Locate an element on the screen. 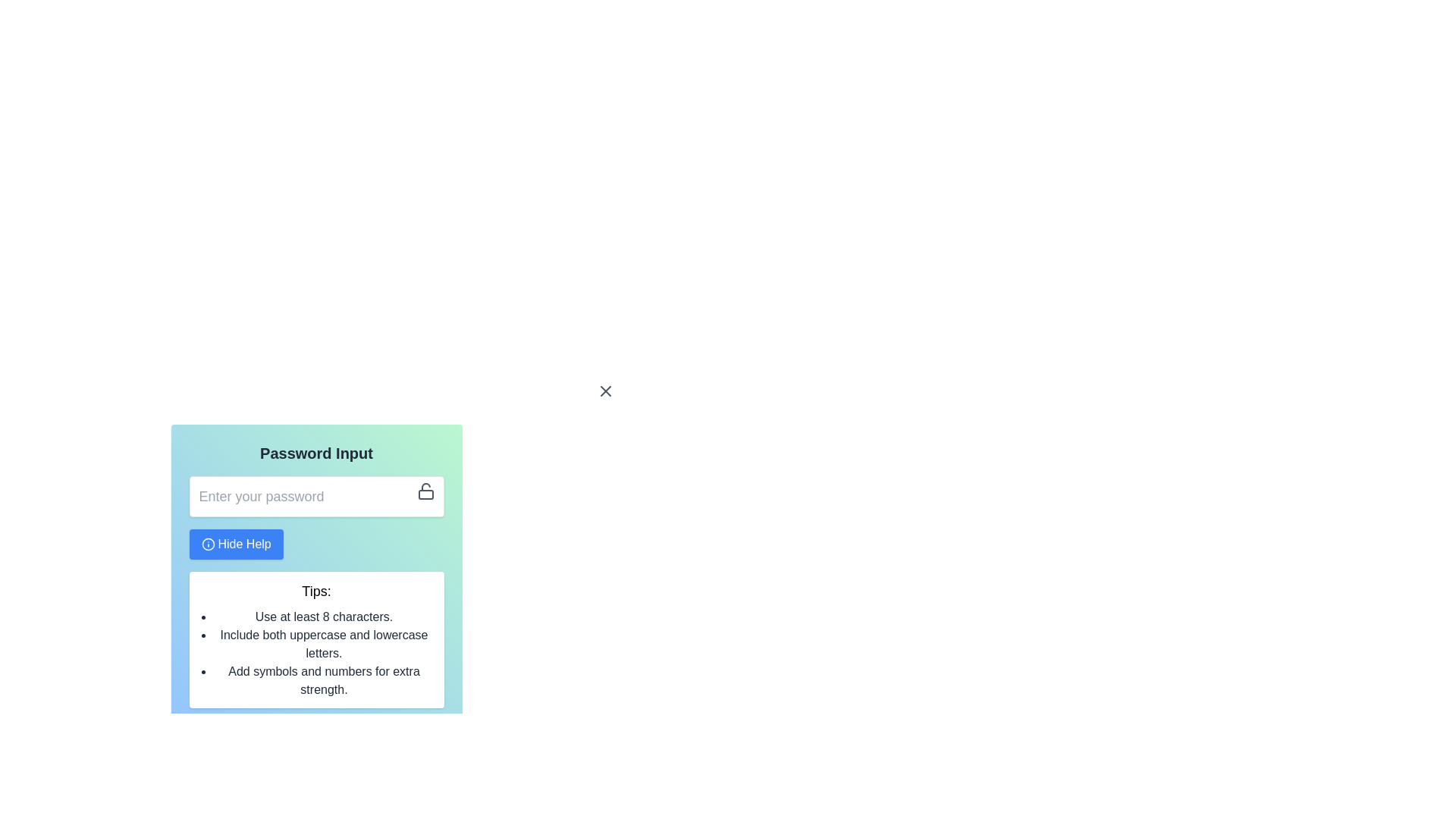  the curved line of the open lock icon, which is located to the right of the password input field and represents the top section of the lock's shackle is located at coordinates (425, 487).